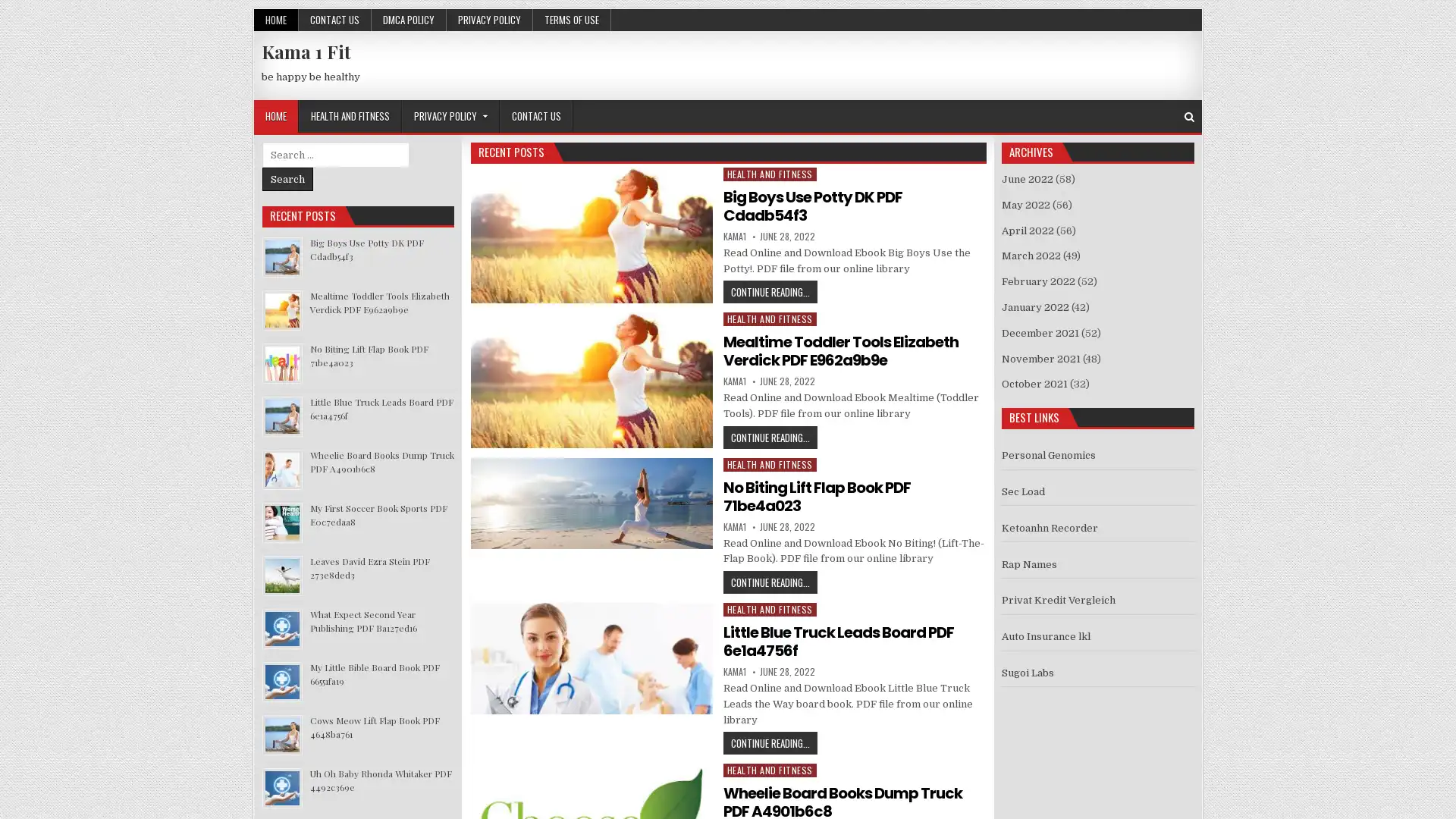 The height and width of the screenshot is (819, 1456). I want to click on Search, so click(287, 178).